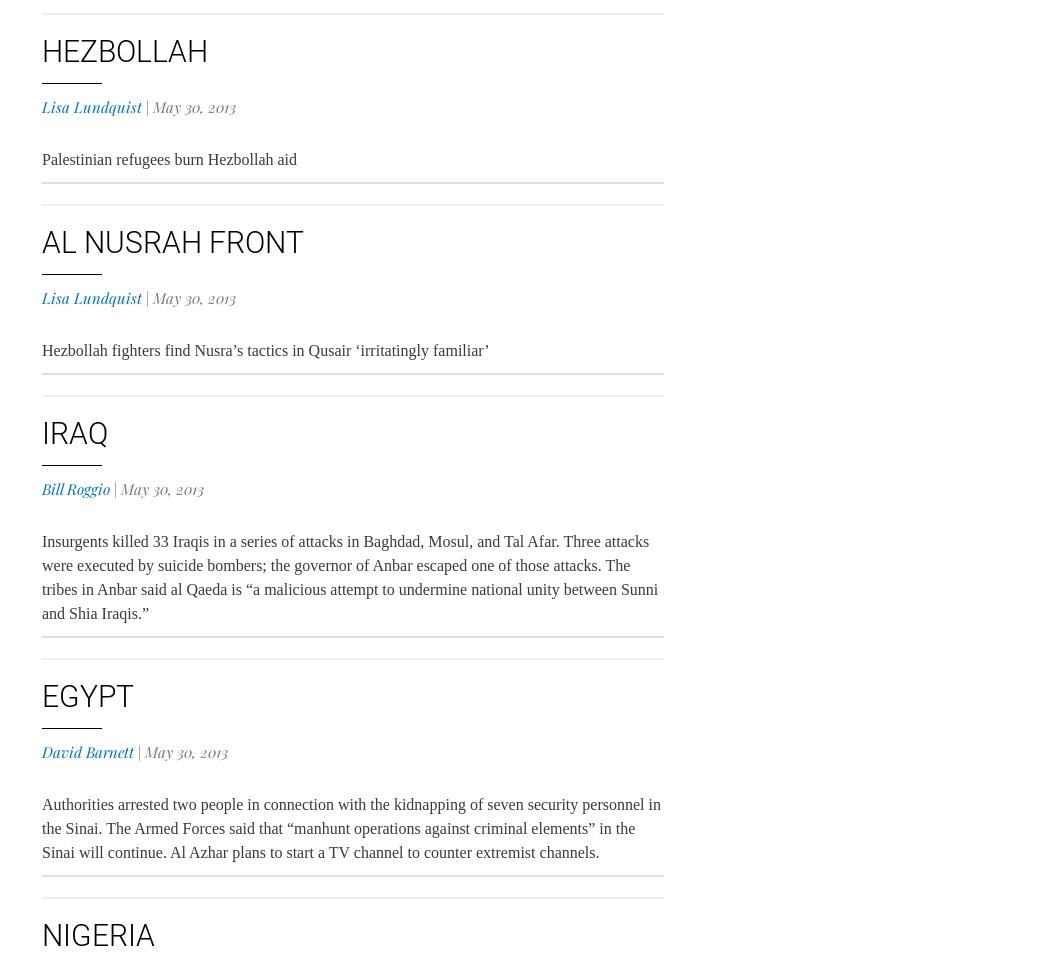 This screenshot has width=1039, height=957. Describe the element at coordinates (74, 432) in the screenshot. I see `'Iraq'` at that location.